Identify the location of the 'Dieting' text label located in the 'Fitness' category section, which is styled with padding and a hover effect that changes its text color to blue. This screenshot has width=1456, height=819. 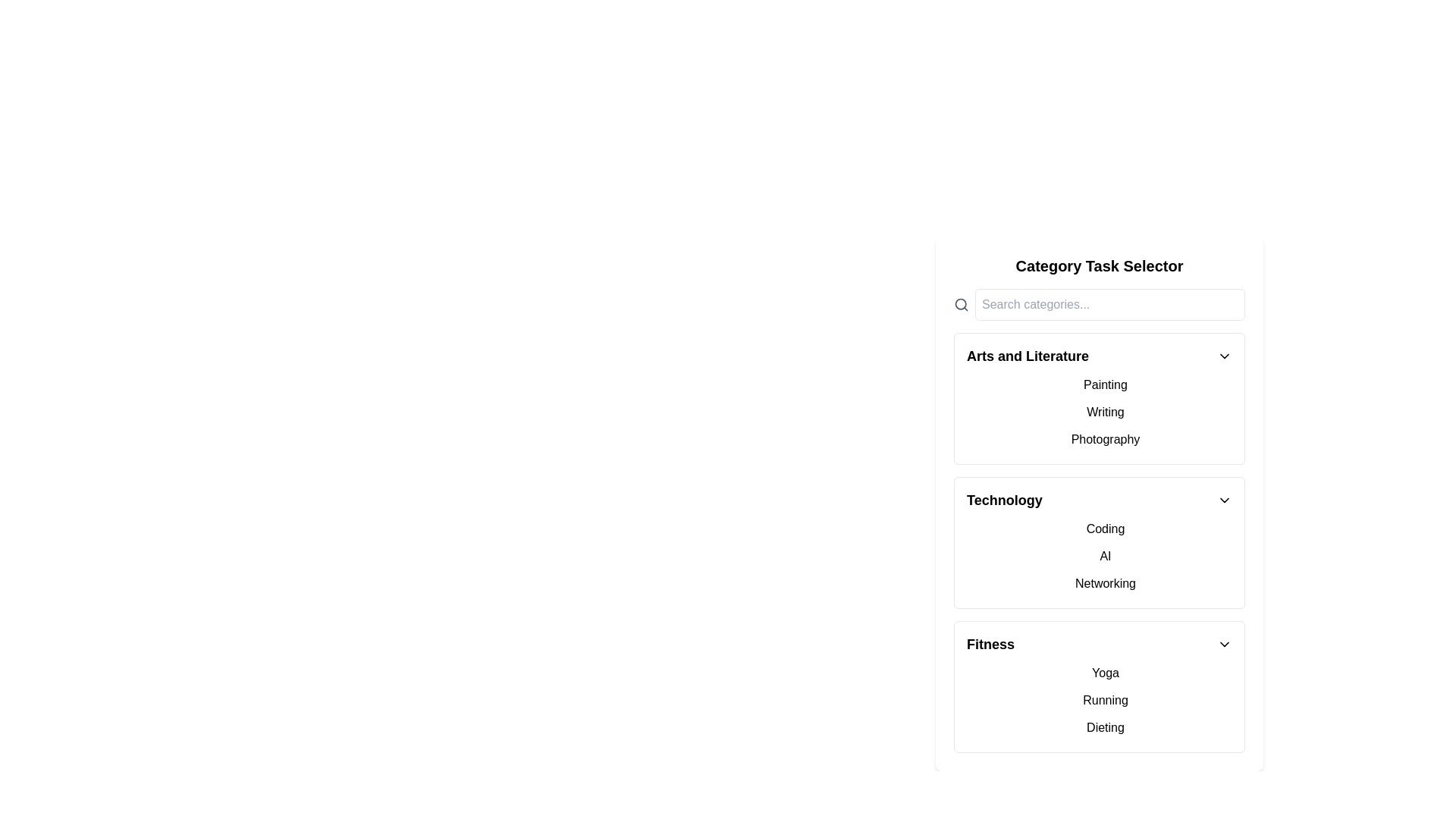
(1106, 727).